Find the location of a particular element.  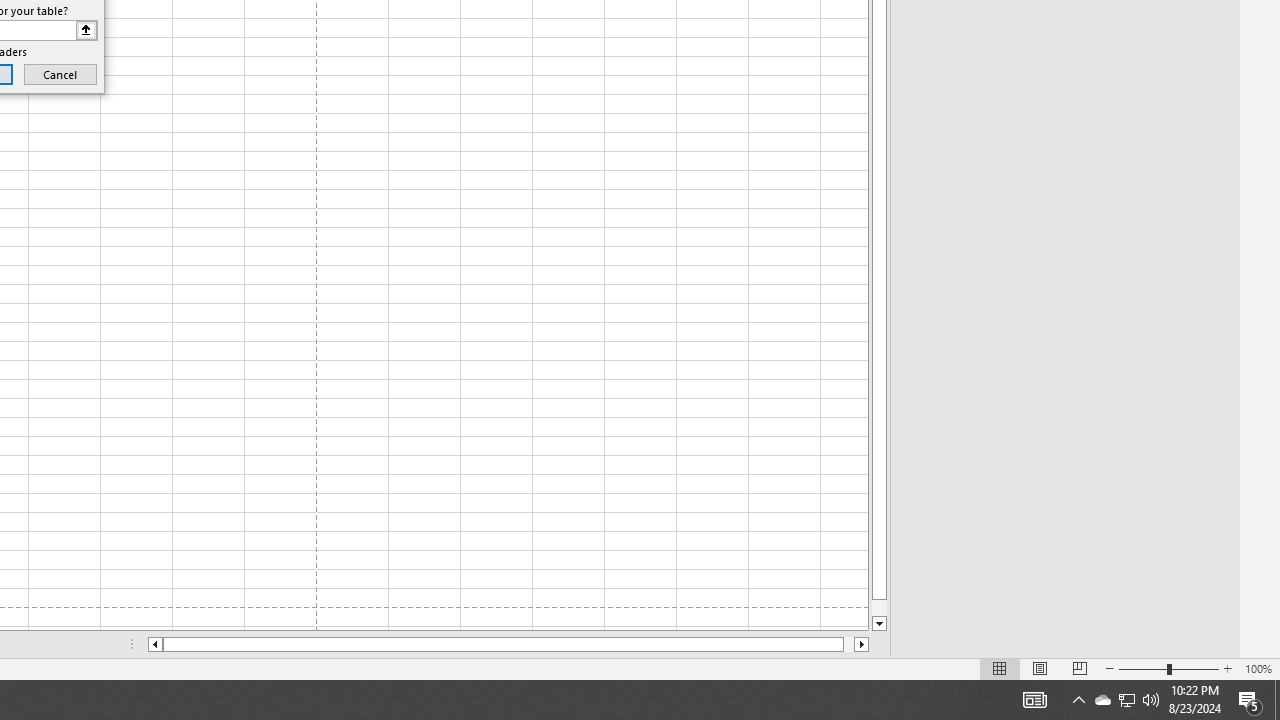

'Normal' is located at coordinates (1000, 669).